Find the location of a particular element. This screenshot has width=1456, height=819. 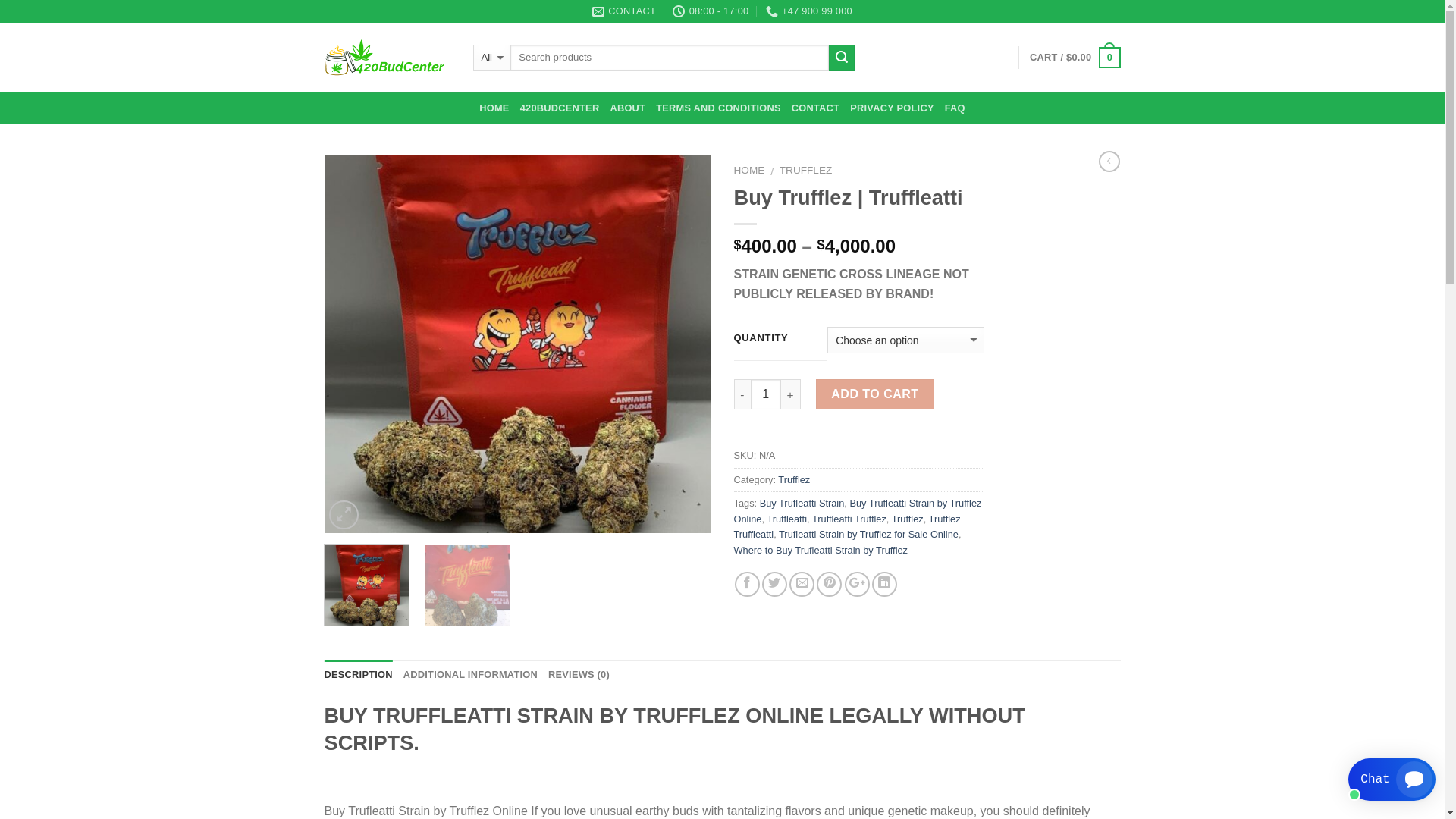

'Smartsupp widget button' is located at coordinates (1392, 780).